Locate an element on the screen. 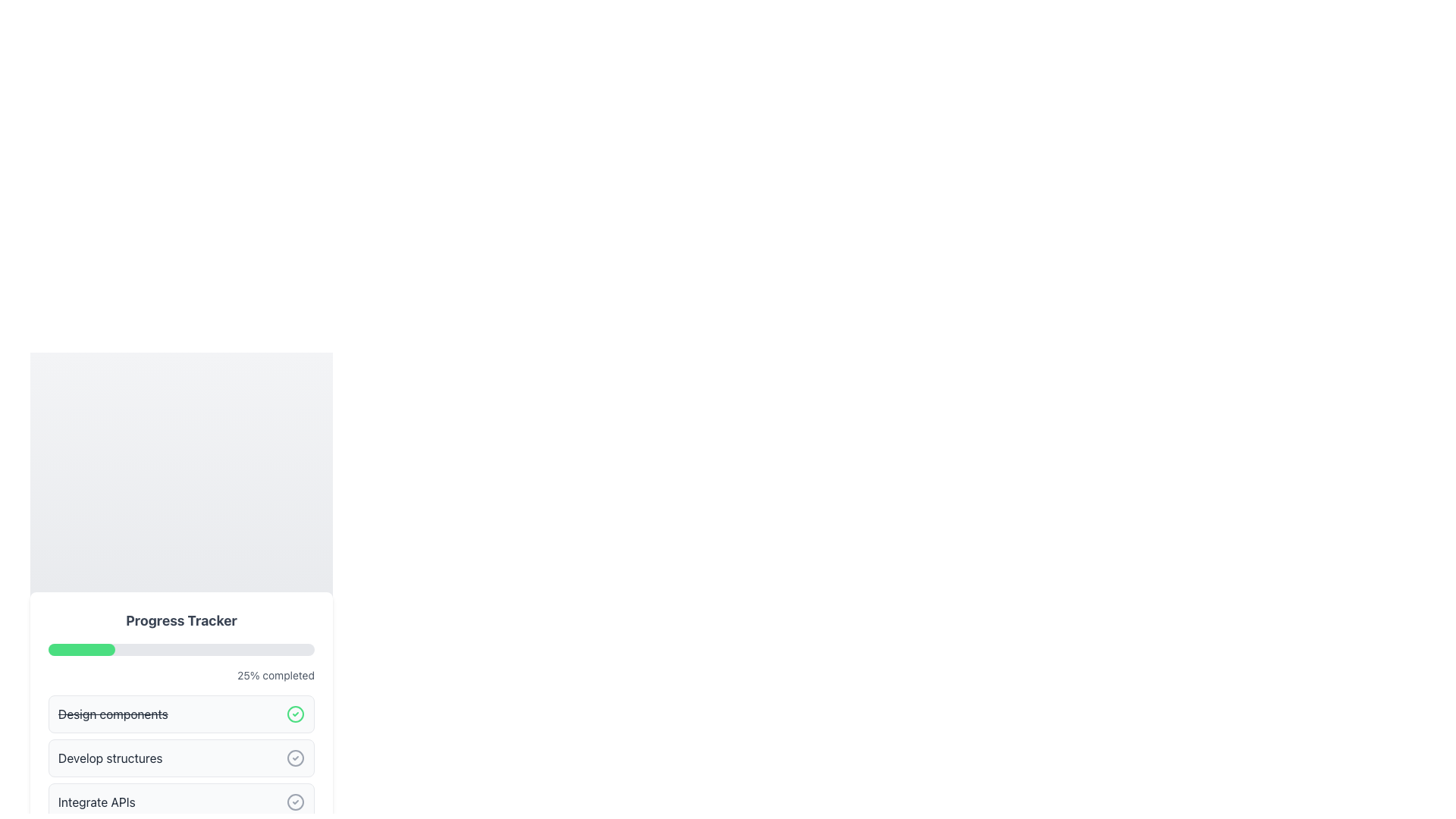 This screenshot has height=819, width=1456. the circular icon with a check mark (✔️) inside, which is styled with a gray outline and a lighter gray background, located on the right end of the row containing the 'Integrate APIs' label is located at coordinates (295, 801).